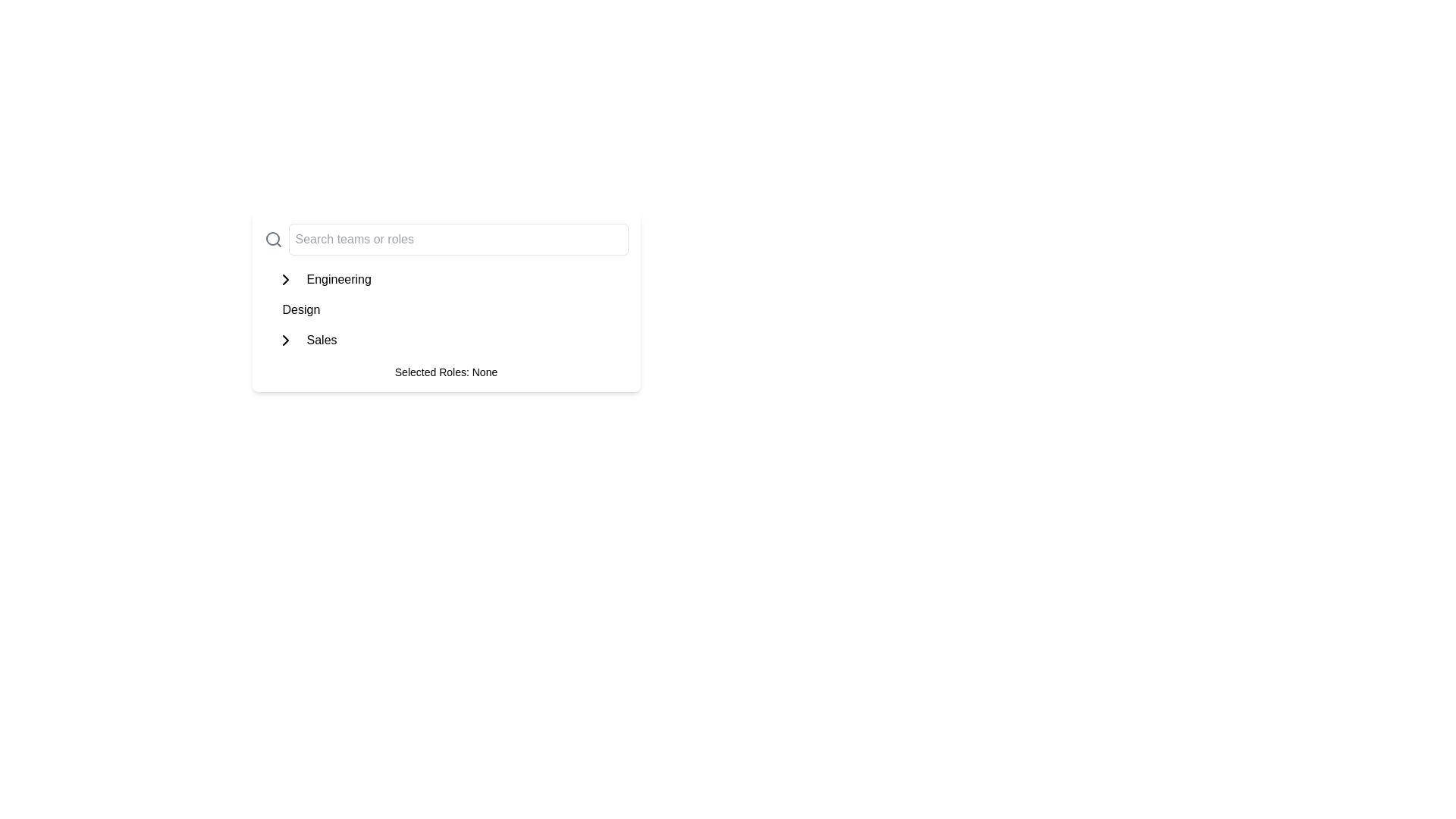 This screenshot has height=819, width=1456. What do you see at coordinates (445, 280) in the screenshot?
I see `the first list item labeled 'Engineering'` at bounding box center [445, 280].